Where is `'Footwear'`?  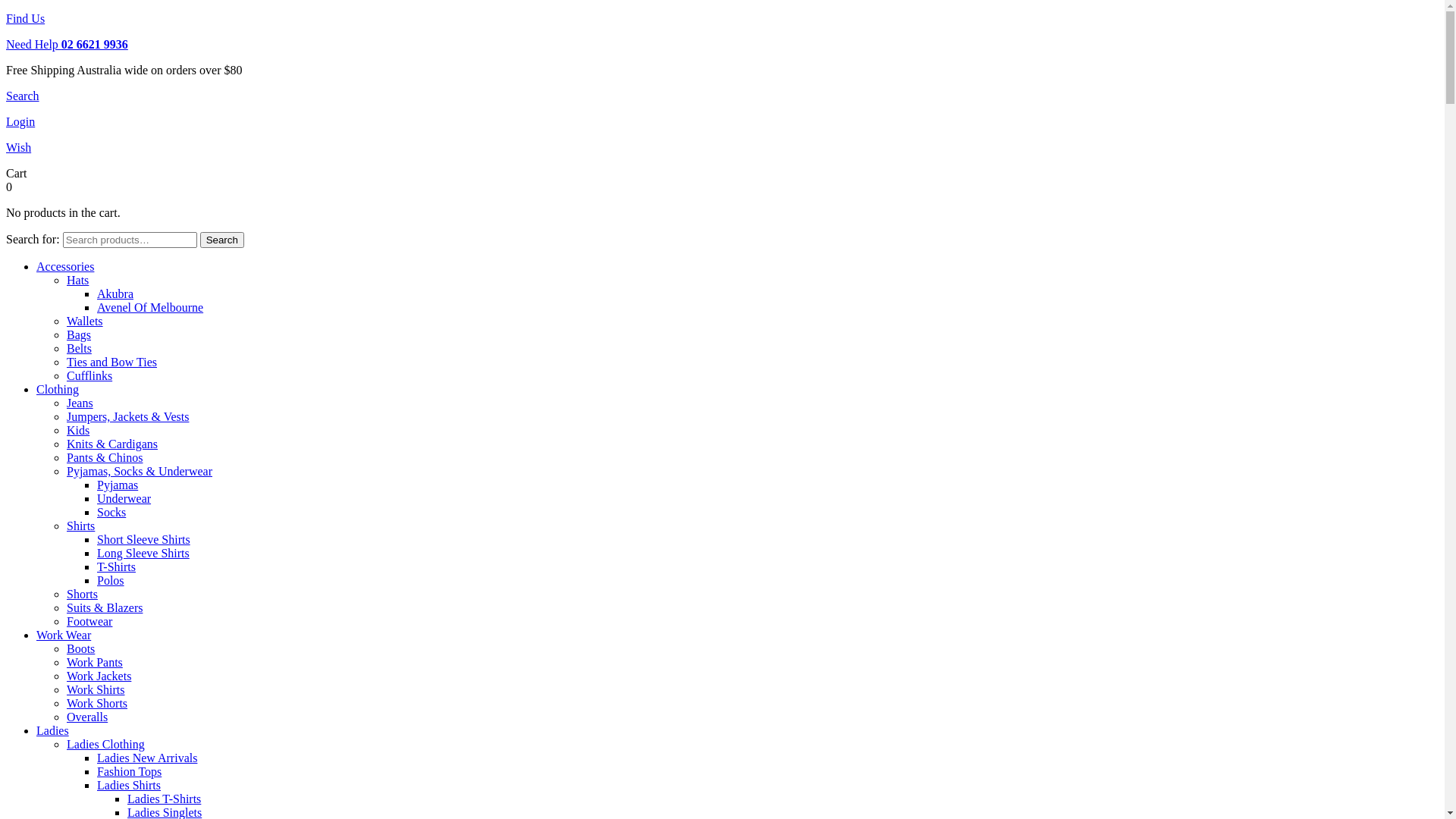
'Footwear' is located at coordinates (65, 621).